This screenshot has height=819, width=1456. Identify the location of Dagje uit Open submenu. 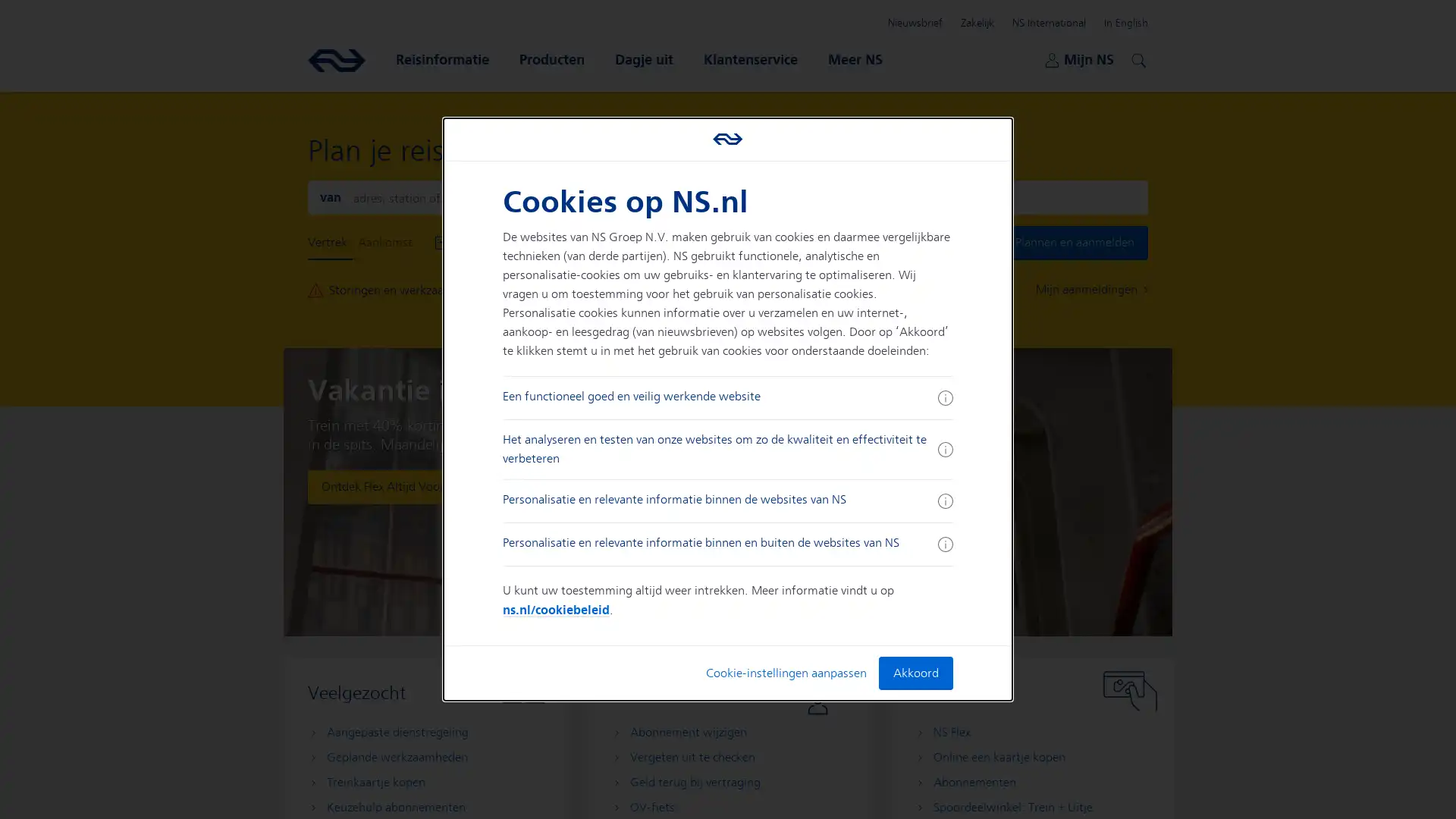
(644, 58).